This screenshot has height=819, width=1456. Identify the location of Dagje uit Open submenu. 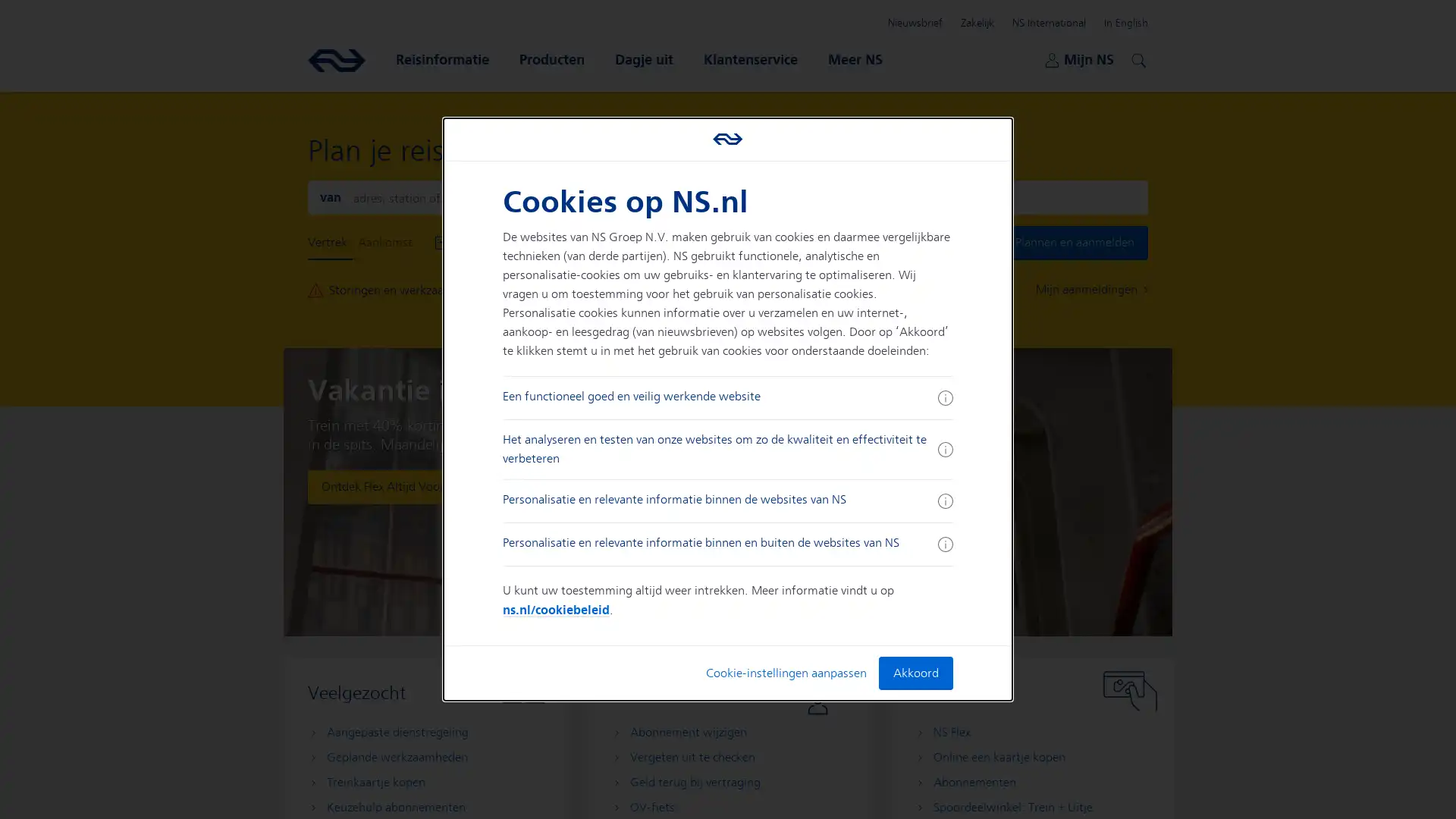
(644, 58).